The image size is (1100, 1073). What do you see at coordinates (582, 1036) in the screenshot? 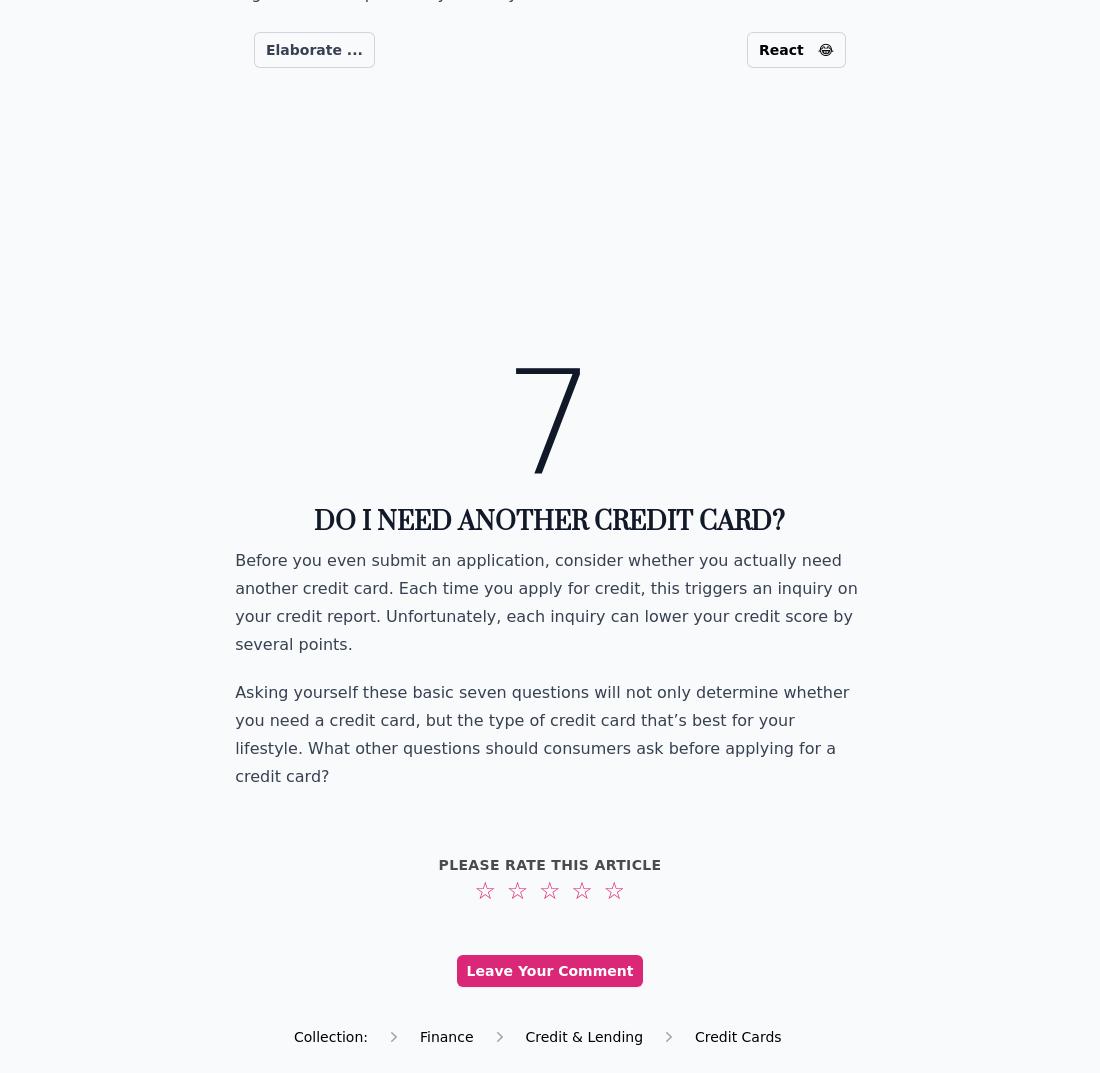
I see `'Credit & Lending'` at bounding box center [582, 1036].